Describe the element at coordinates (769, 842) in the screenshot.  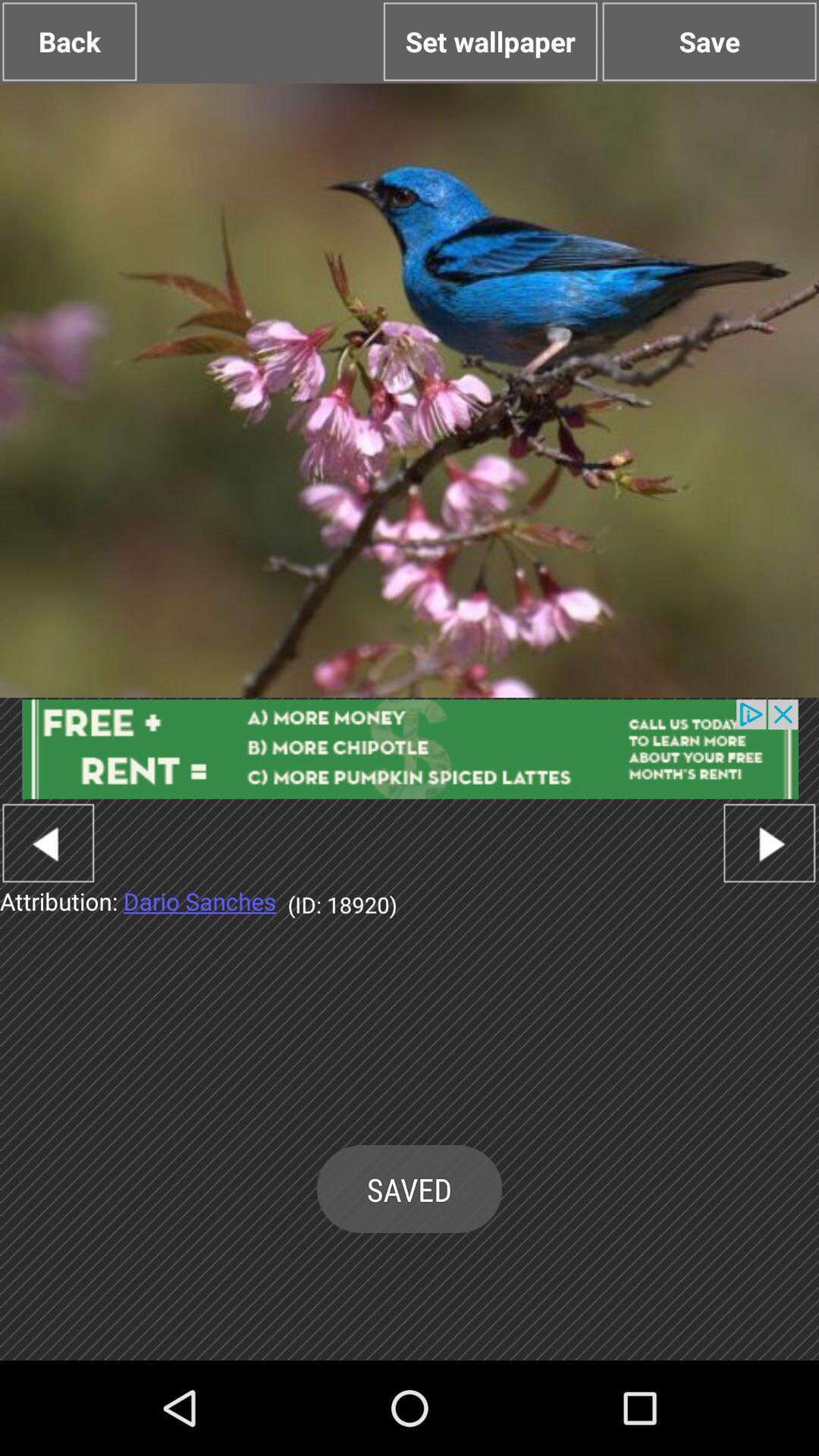
I see `for next` at that location.